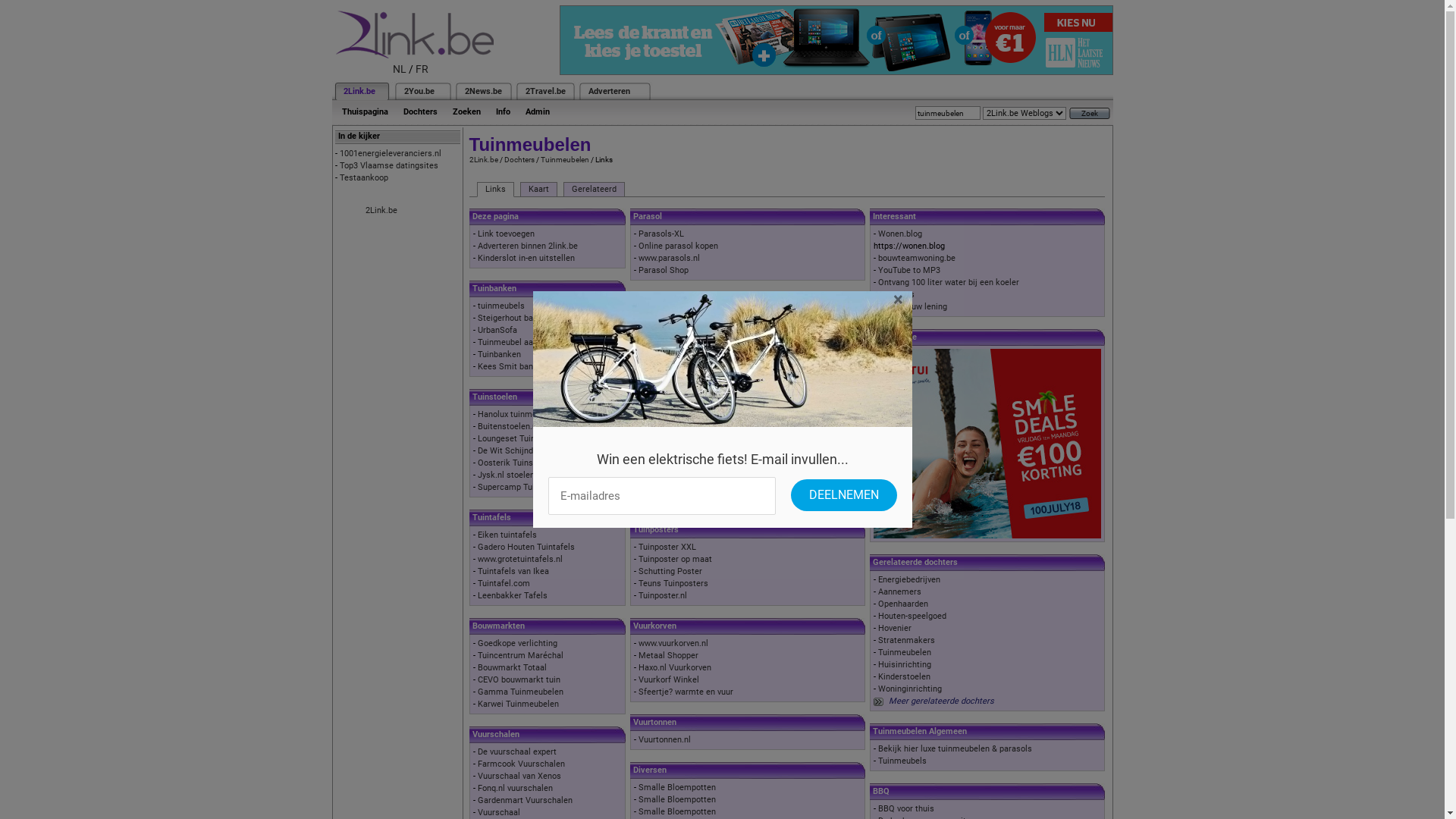 The width and height of the screenshot is (1456, 819). Describe the element at coordinates (899, 234) in the screenshot. I see `'Wonen.blog'` at that location.